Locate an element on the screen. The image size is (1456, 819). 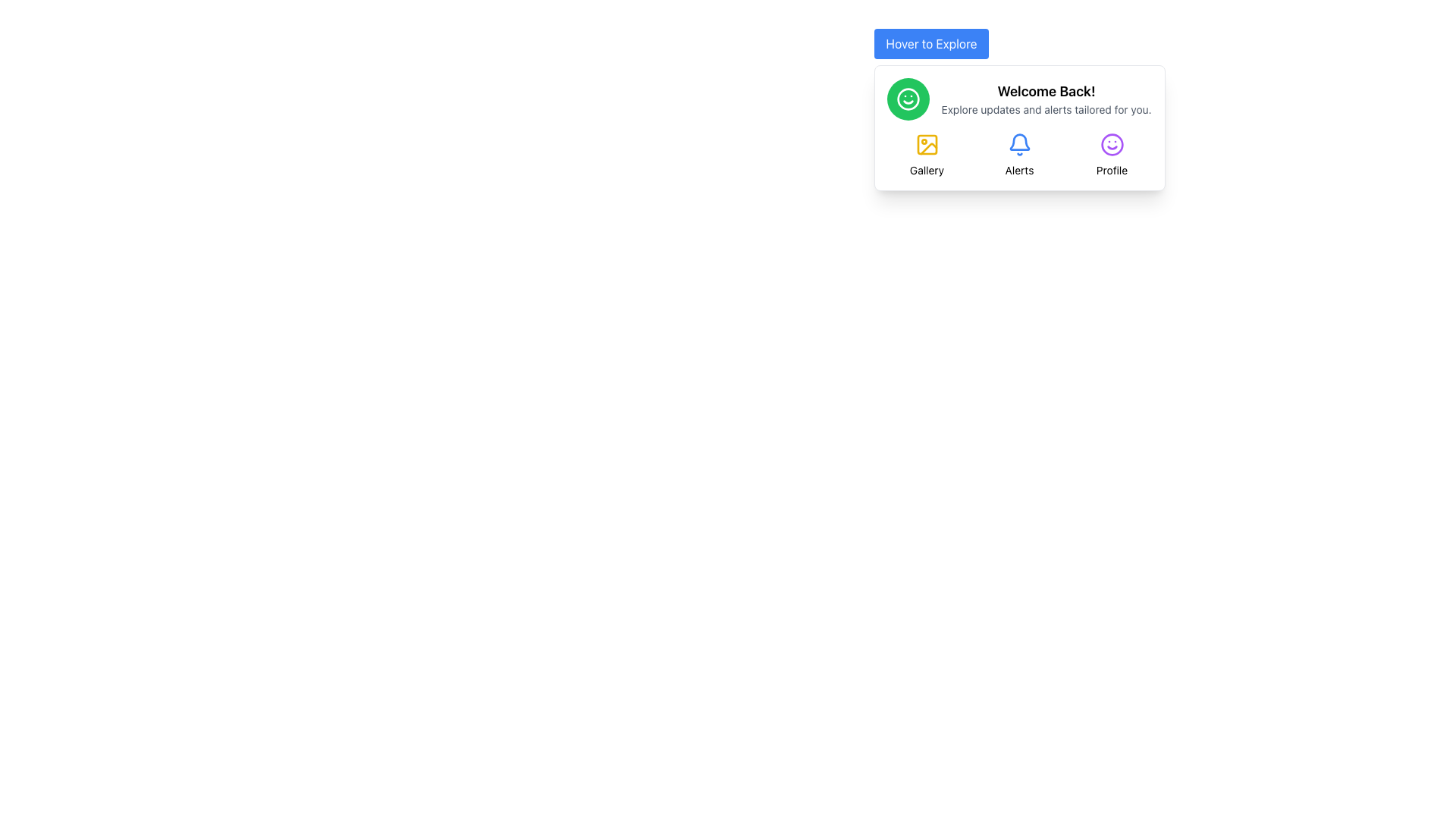
welcome text block located centrally in the interface, positioned to the right of a green smiling face icon is located at coordinates (1046, 99).